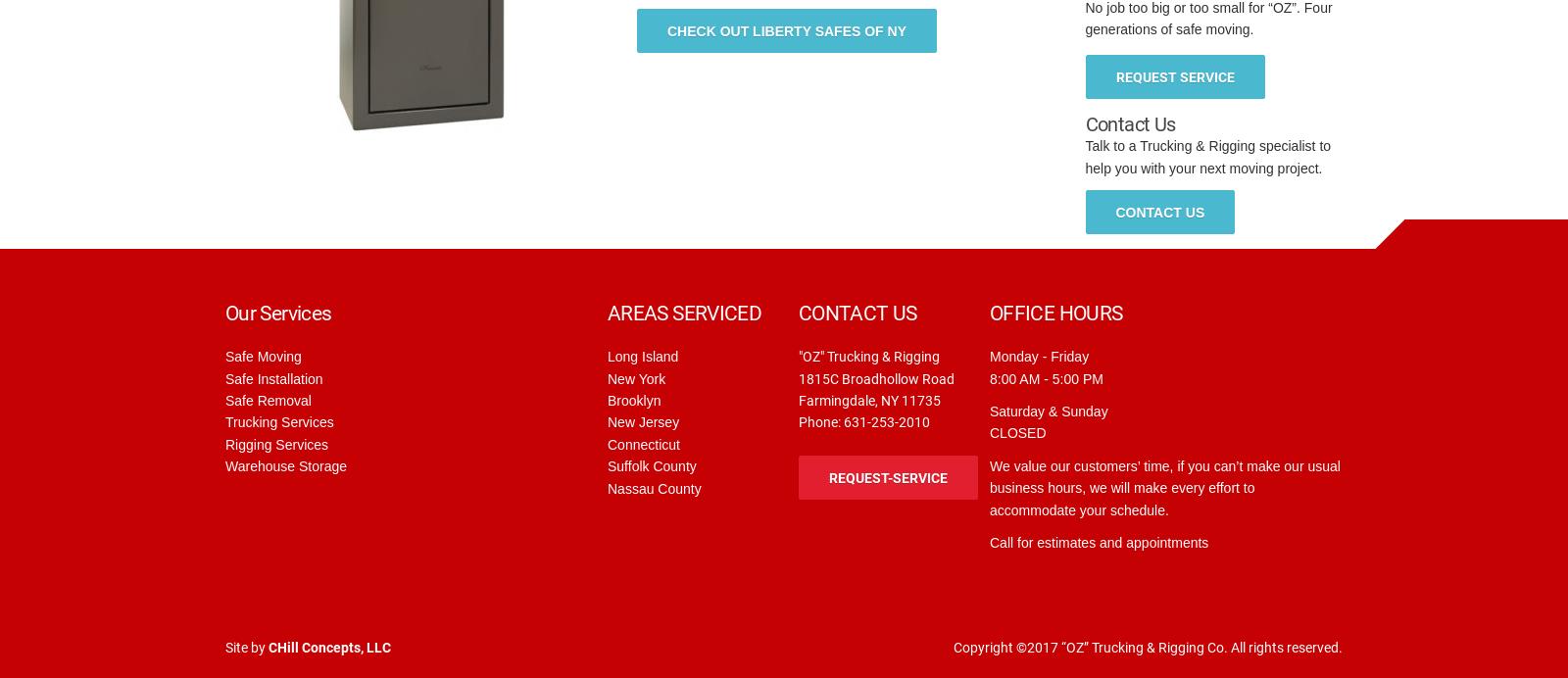  I want to click on 'Safe Moving', so click(263, 356).